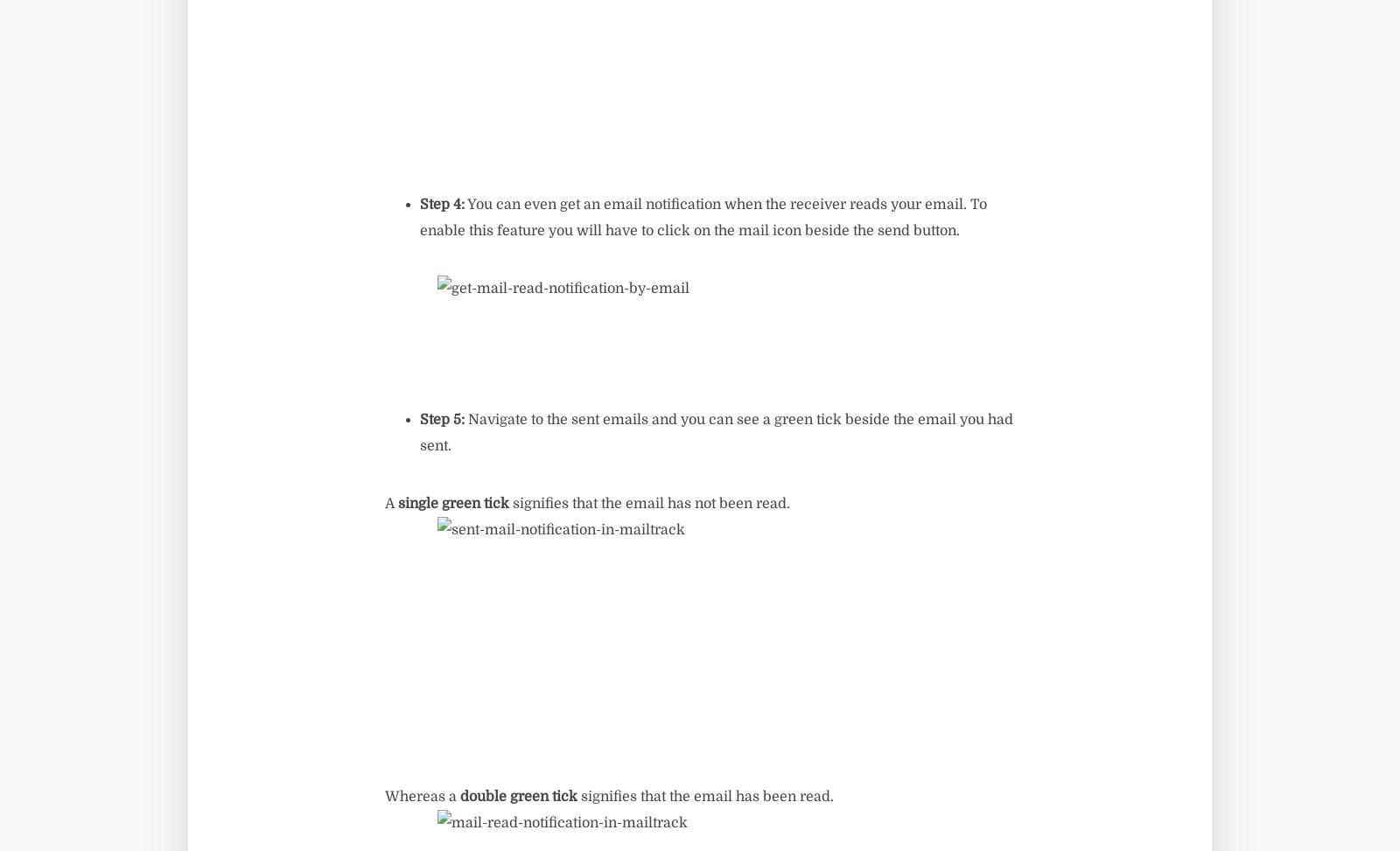 The image size is (1400, 851). What do you see at coordinates (422, 796) in the screenshot?
I see `'Whereas a'` at bounding box center [422, 796].